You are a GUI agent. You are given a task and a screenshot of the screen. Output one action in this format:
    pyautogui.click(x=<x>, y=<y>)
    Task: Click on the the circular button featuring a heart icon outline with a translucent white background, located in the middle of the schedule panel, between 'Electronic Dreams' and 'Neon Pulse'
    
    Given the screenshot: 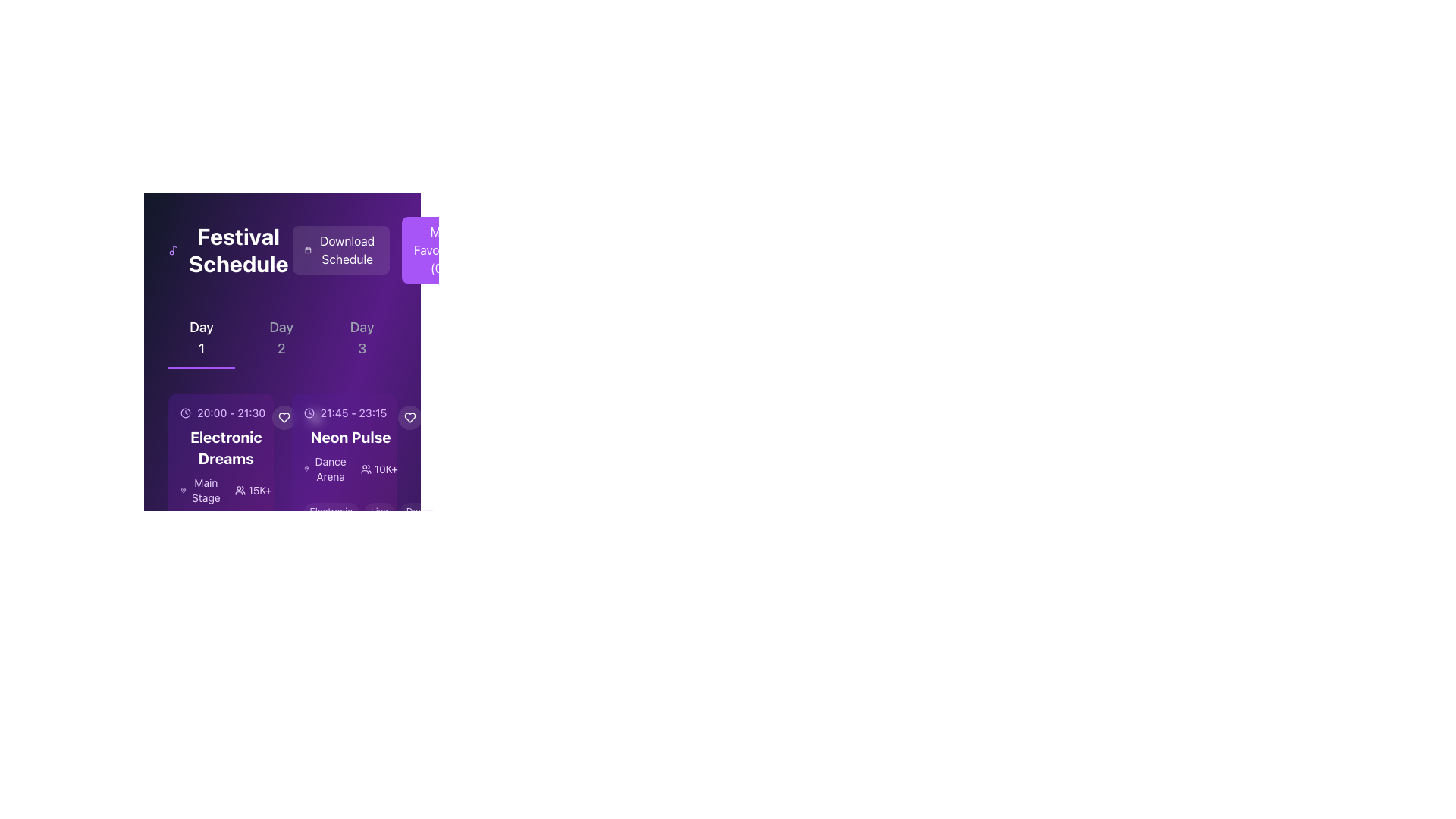 What is the action you would take?
    pyautogui.click(x=284, y=418)
    